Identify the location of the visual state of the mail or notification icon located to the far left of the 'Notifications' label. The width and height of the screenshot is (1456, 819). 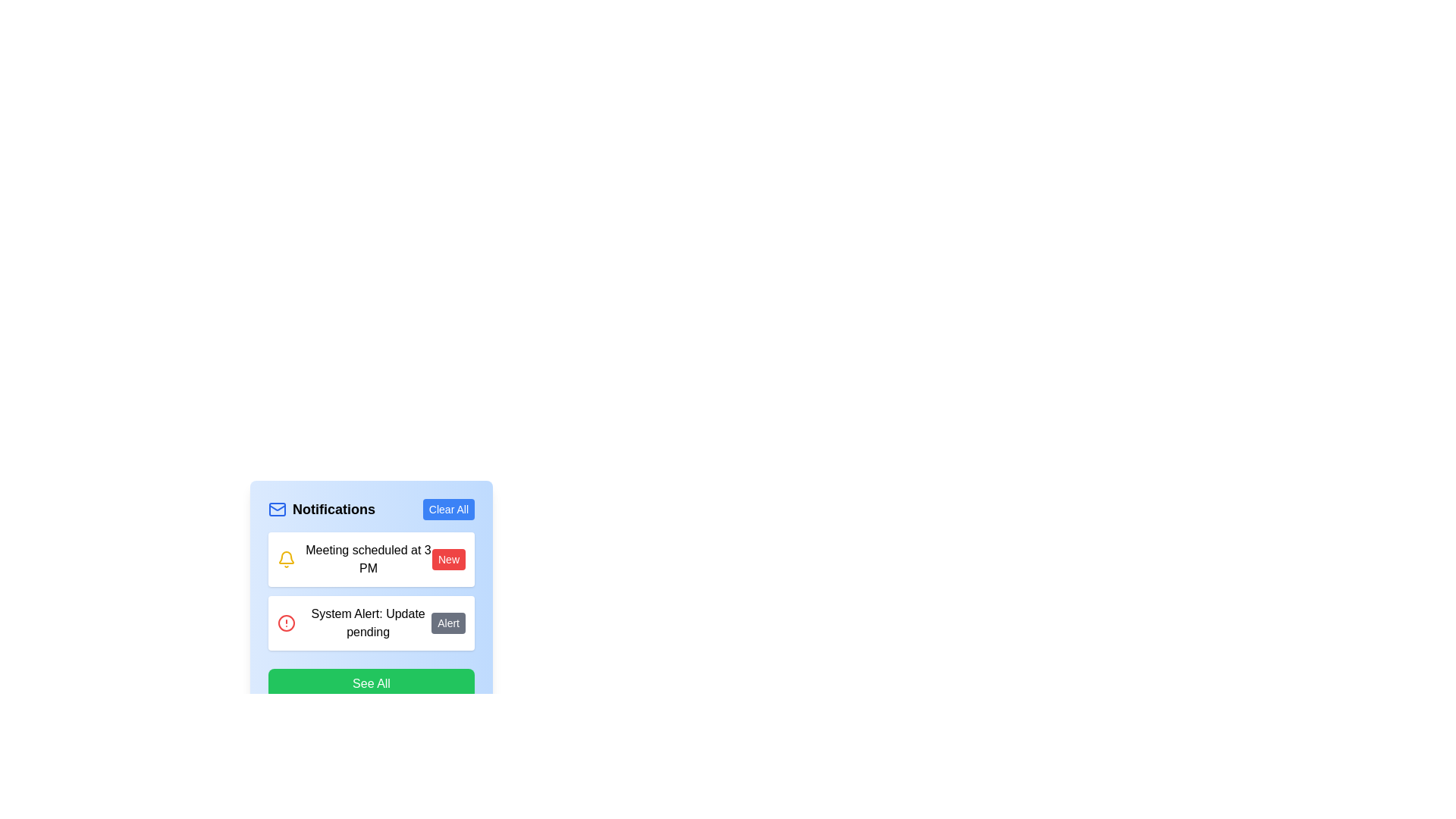
(277, 509).